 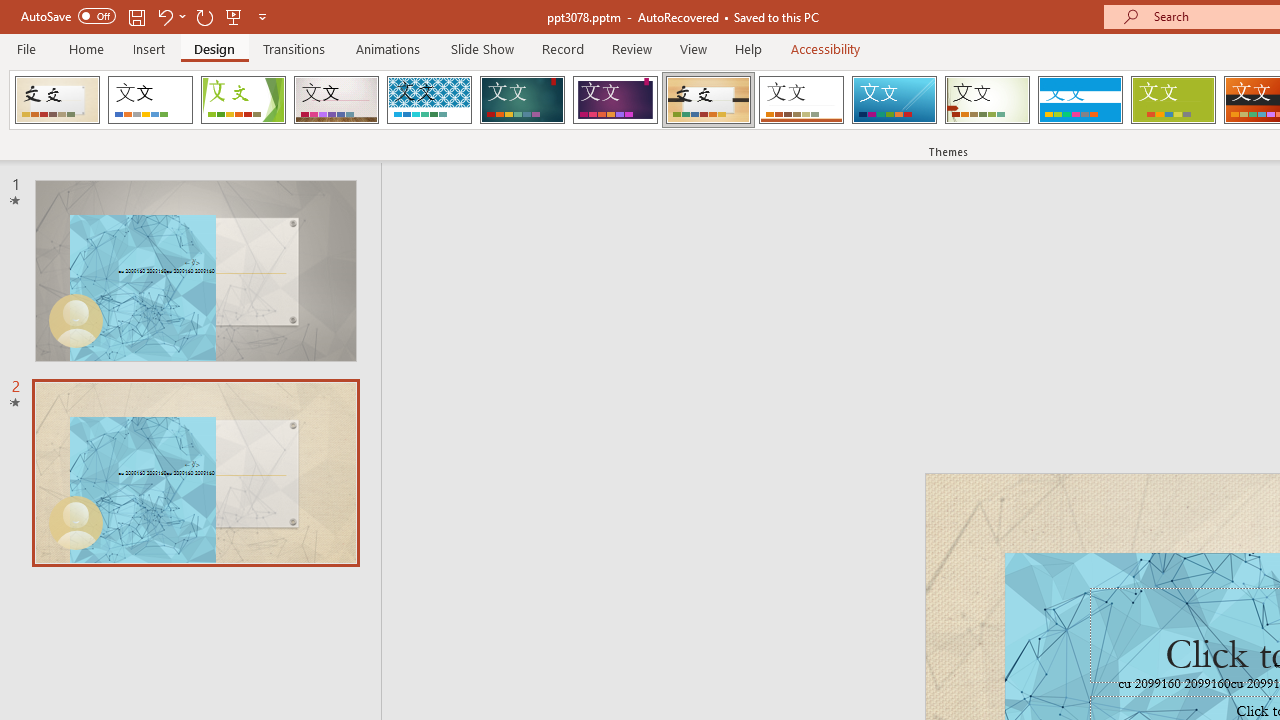 What do you see at coordinates (893, 100) in the screenshot?
I see `'Slice'` at bounding box center [893, 100].